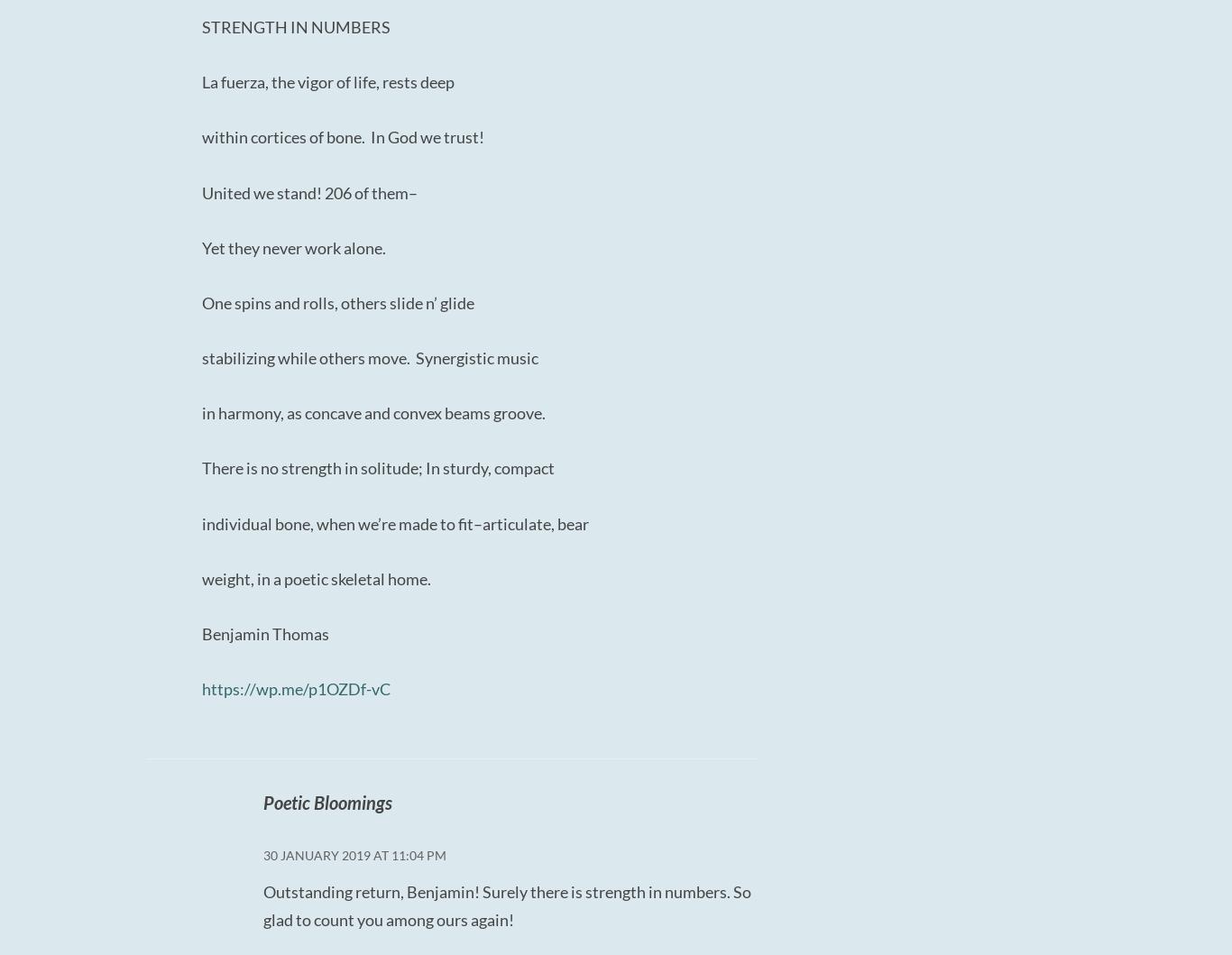 Image resolution: width=1232 pixels, height=955 pixels. I want to click on 'STRENGTH IN NUMBERS', so click(296, 26).